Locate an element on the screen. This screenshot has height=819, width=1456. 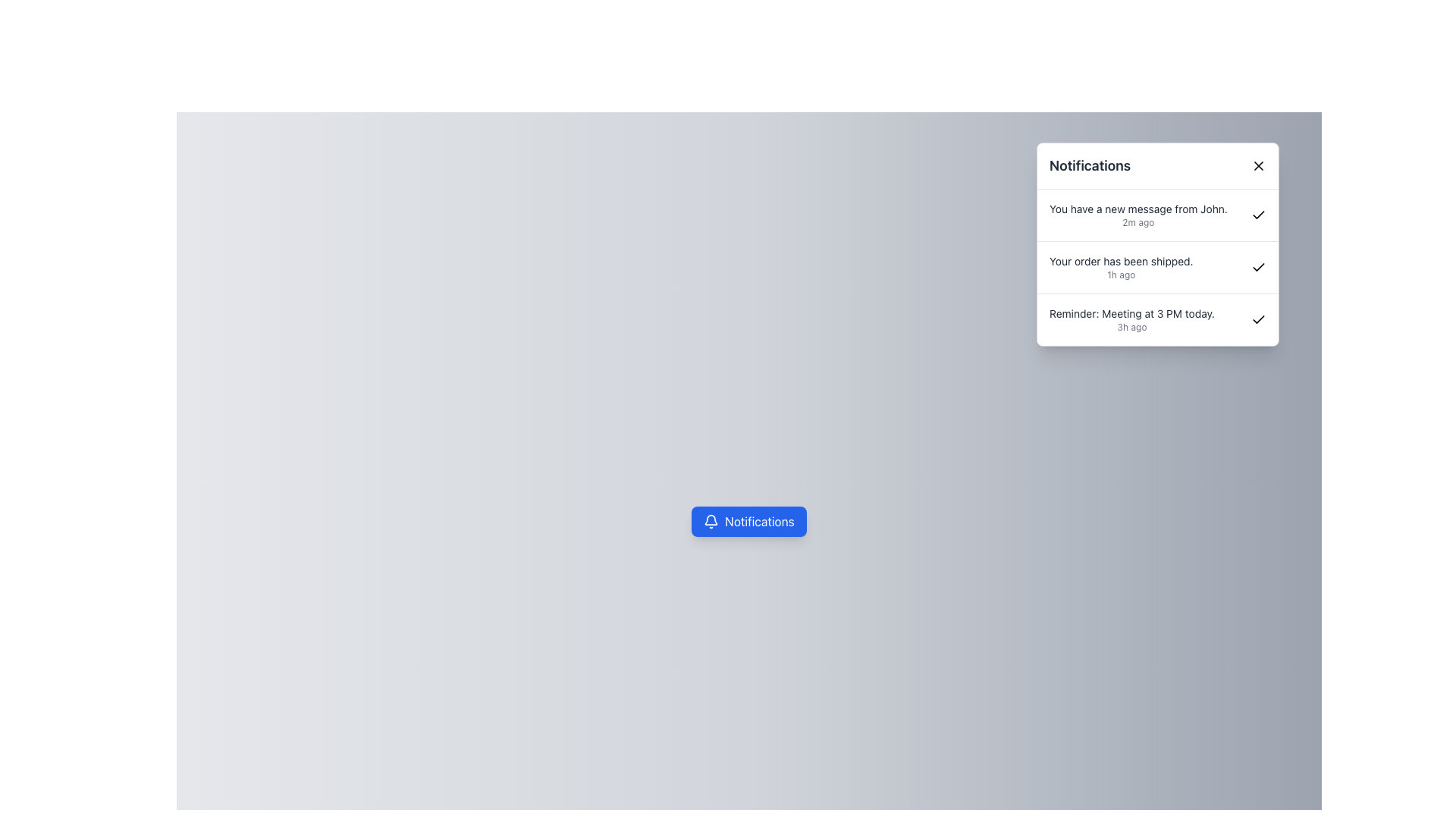
the second notification in the drop-down panel that indicates the order has been shipped, located between the messages from John and the meeting reminder is located at coordinates (1121, 267).